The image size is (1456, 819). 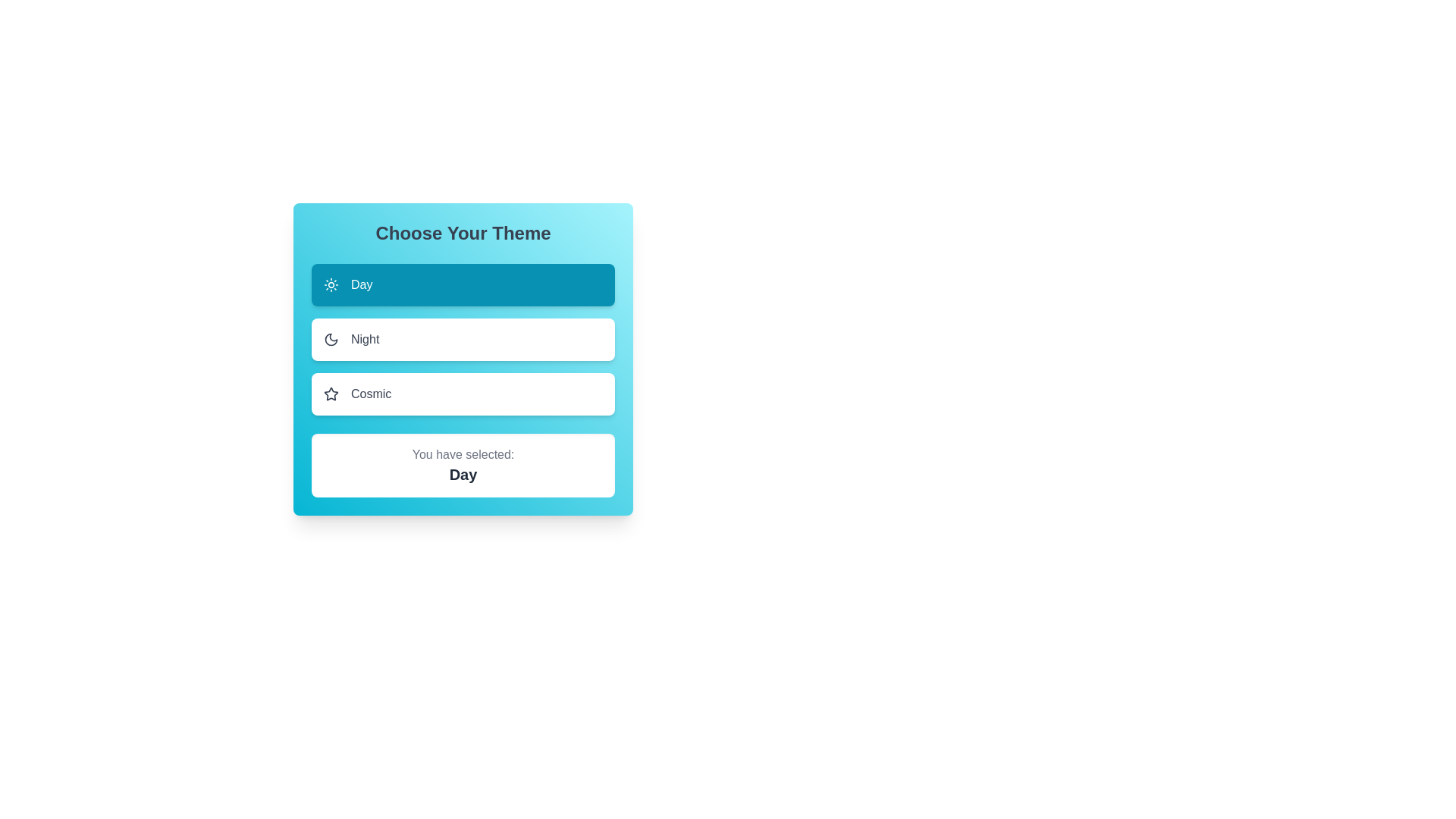 I want to click on the text label that reads 'Day', which is styled in white on a cyan background and positioned next to the 'Day' icon in the theme choices list, so click(x=361, y=284).